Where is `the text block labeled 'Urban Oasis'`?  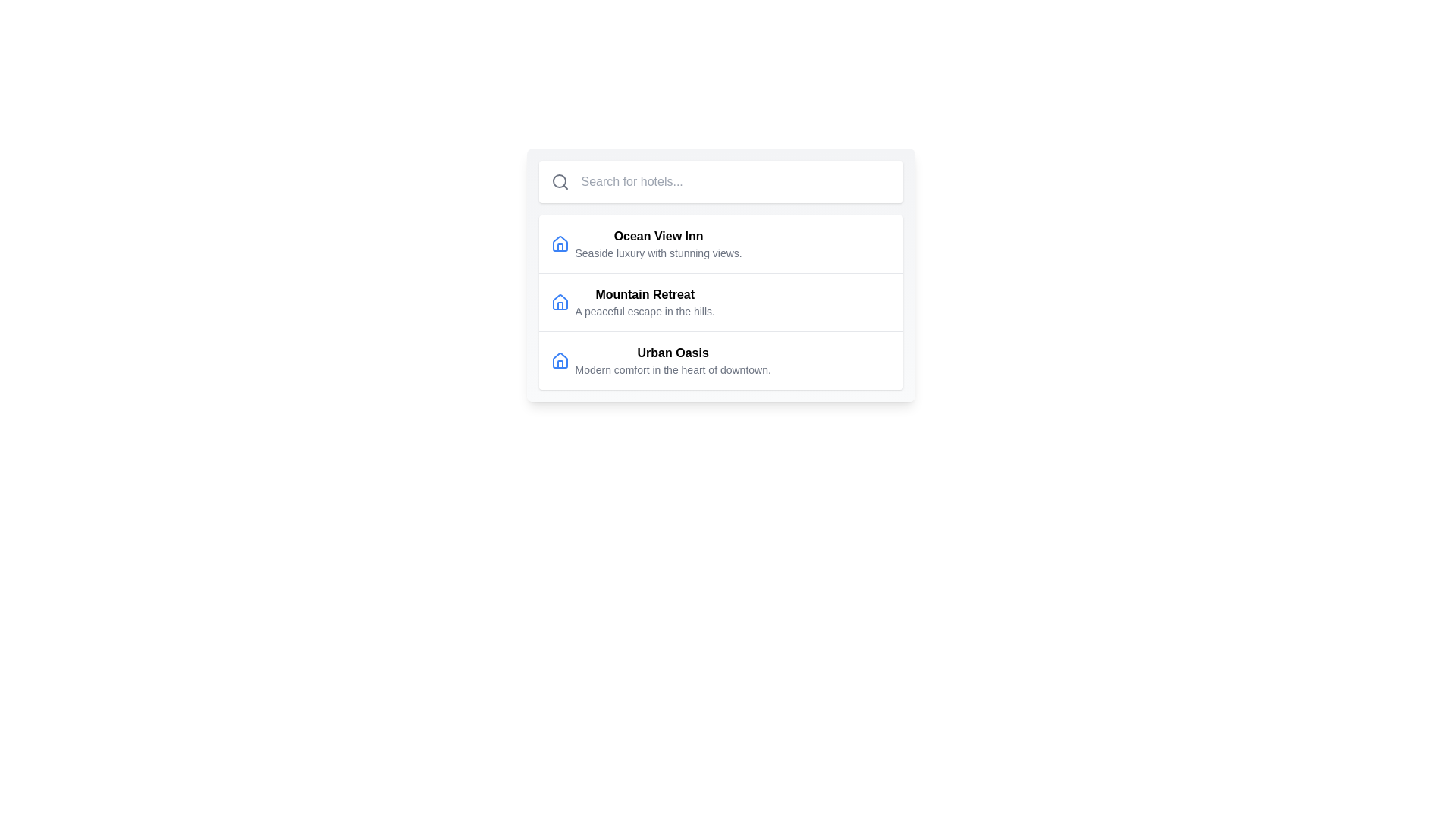 the text block labeled 'Urban Oasis' is located at coordinates (672, 360).